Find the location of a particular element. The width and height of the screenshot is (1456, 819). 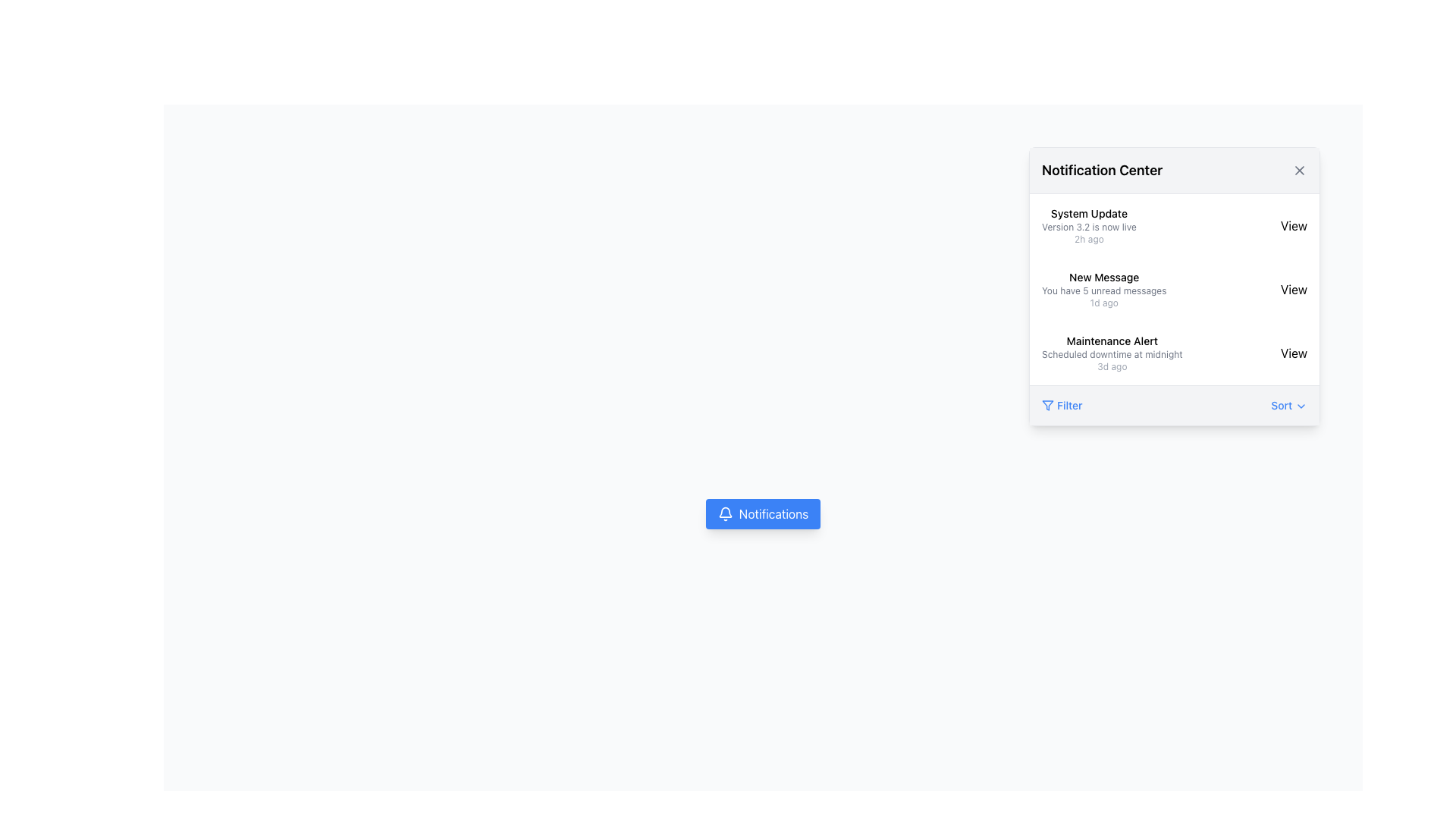

the text label reading 'You have 5 unread messages', which is styled in light gray font and located beneath the header 'New Message' in the notification panel is located at coordinates (1104, 291).